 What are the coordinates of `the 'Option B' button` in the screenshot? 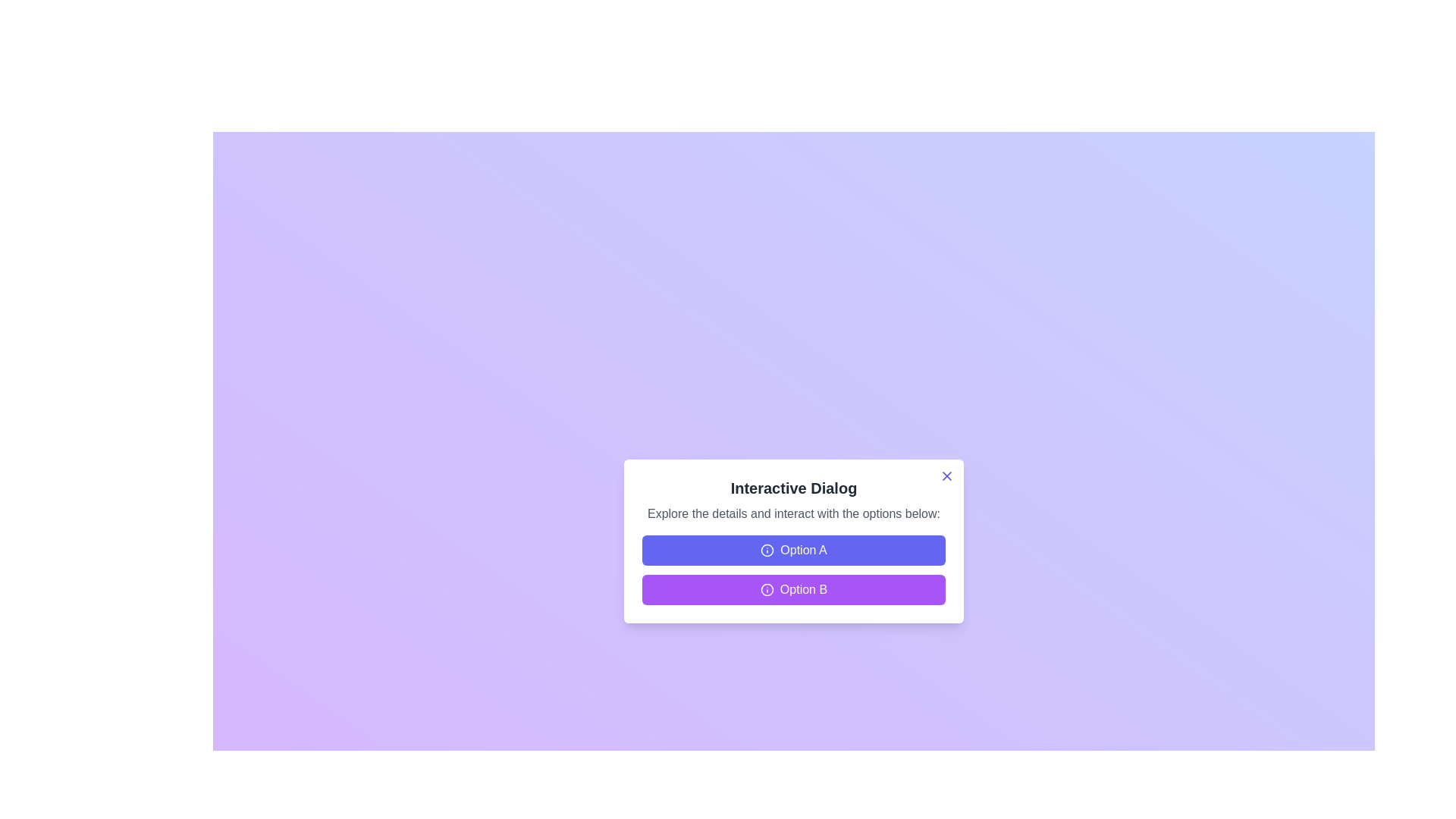 It's located at (792, 589).